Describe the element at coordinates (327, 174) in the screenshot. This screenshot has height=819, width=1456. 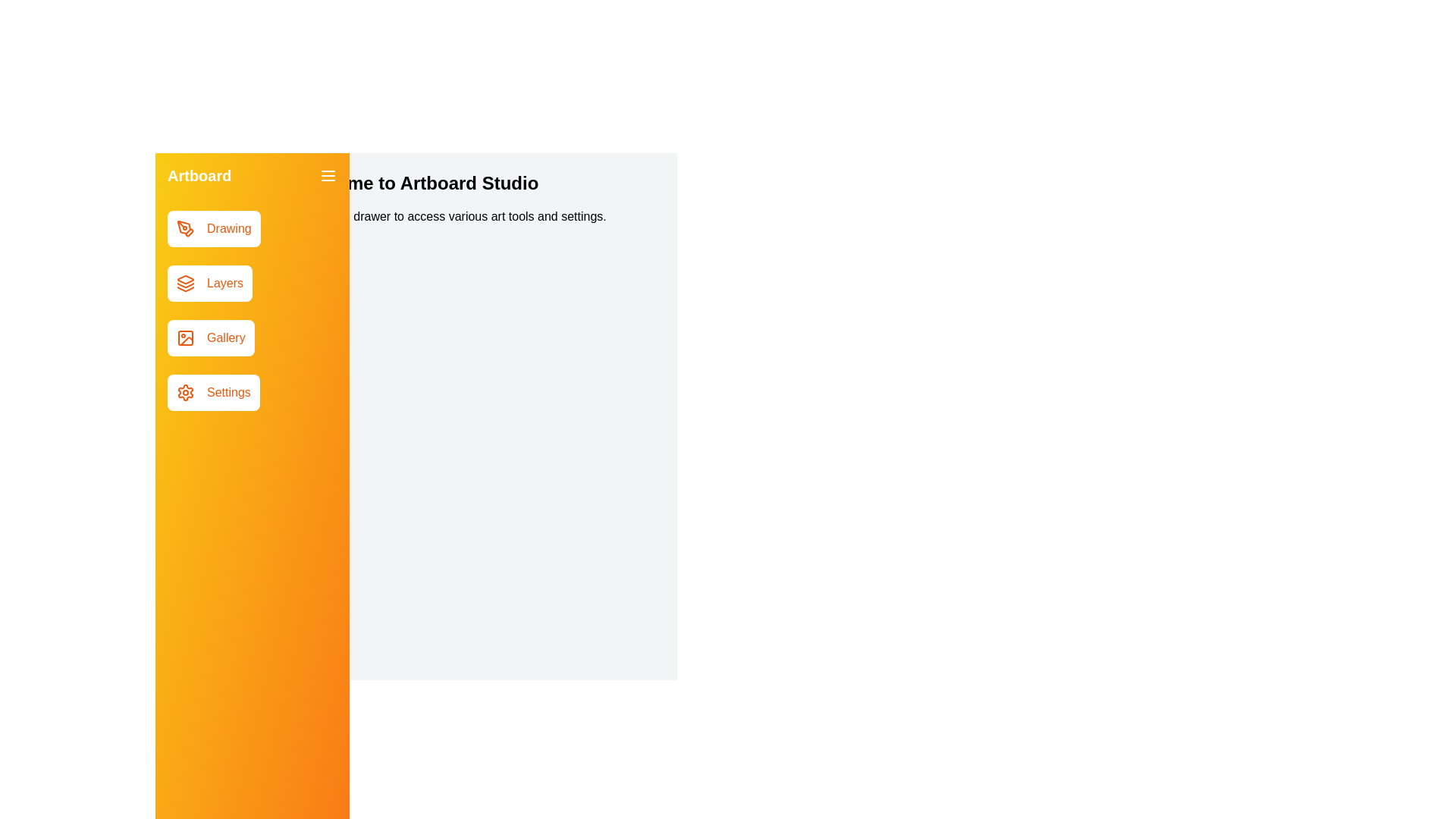
I see `the menu button to toggle the drawer` at that location.